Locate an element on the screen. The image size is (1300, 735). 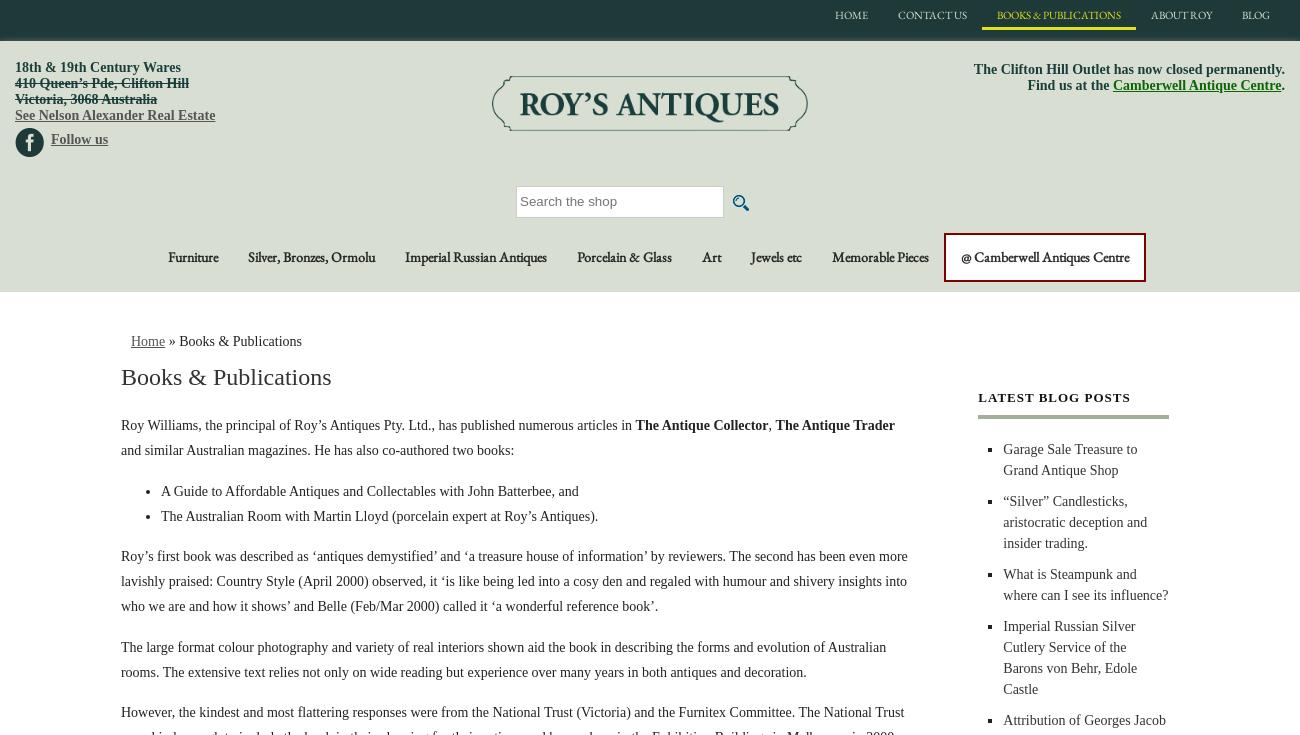
'Camberwell Antique Centre' is located at coordinates (1195, 85).